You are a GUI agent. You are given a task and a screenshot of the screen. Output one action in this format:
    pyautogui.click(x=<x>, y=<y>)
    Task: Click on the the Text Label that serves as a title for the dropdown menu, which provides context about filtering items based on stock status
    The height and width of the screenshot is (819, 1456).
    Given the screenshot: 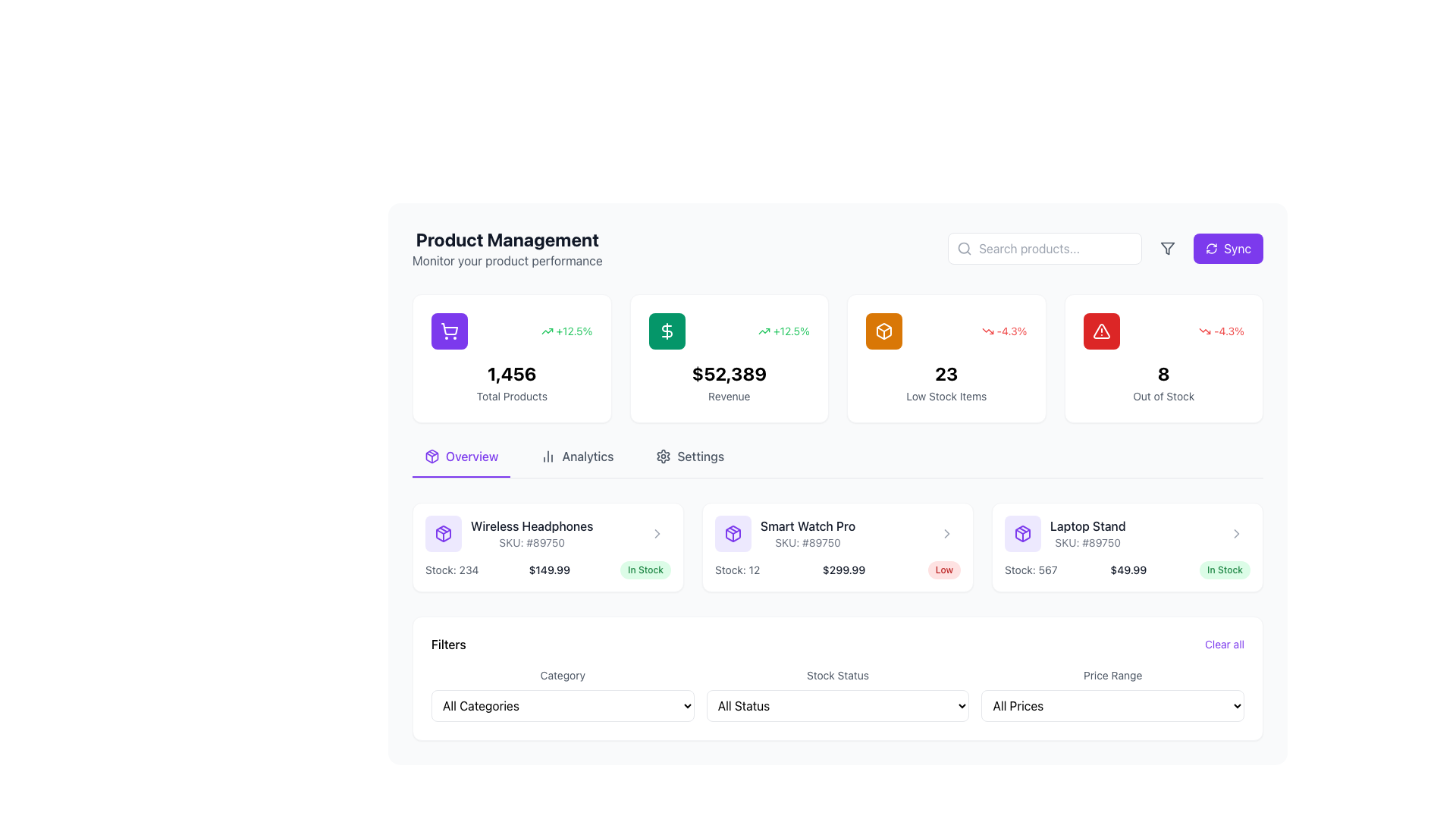 What is the action you would take?
    pyautogui.click(x=836, y=674)
    